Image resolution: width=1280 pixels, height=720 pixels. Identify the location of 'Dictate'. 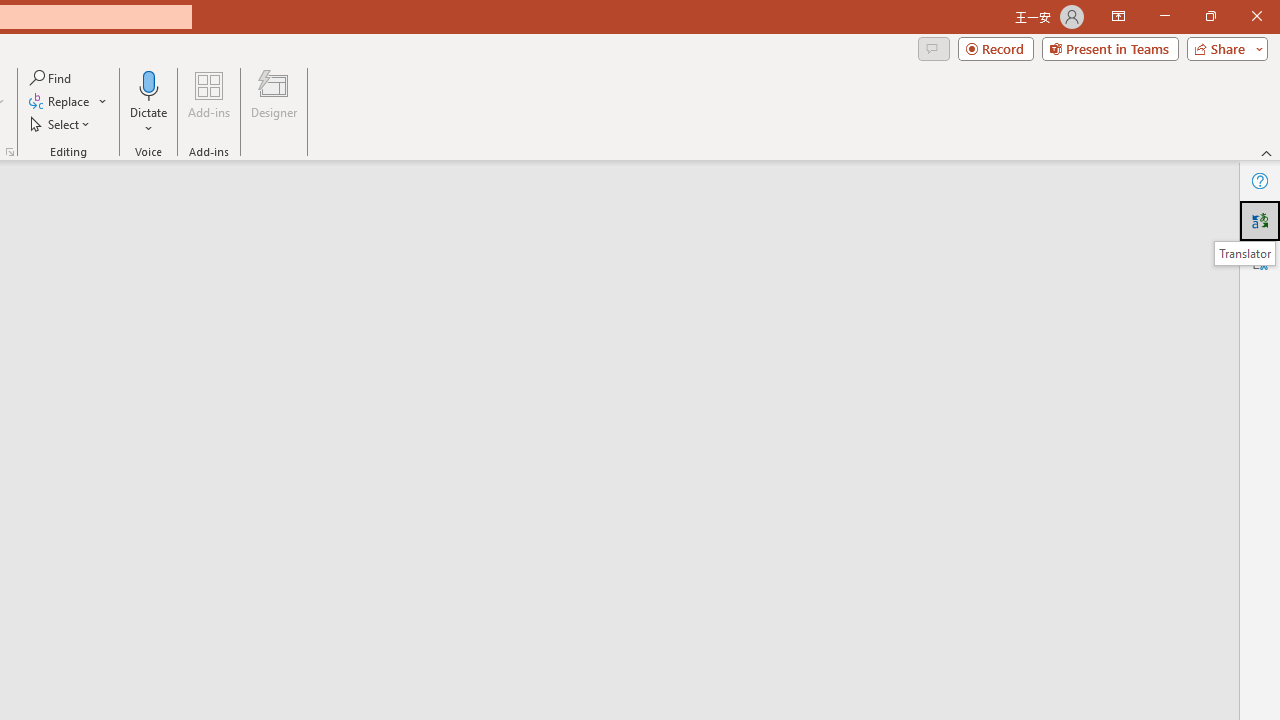
(148, 84).